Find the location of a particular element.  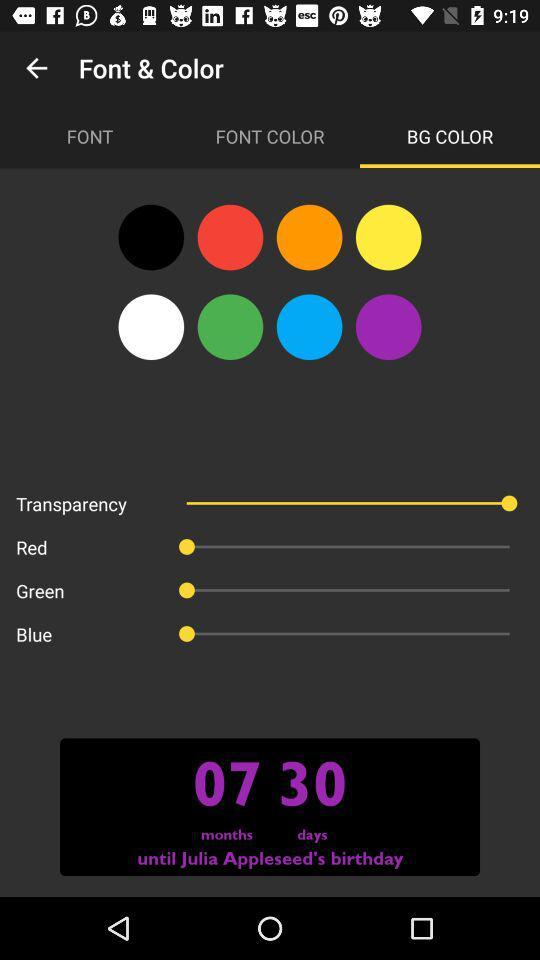

the avatar icon is located at coordinates (229, 237).